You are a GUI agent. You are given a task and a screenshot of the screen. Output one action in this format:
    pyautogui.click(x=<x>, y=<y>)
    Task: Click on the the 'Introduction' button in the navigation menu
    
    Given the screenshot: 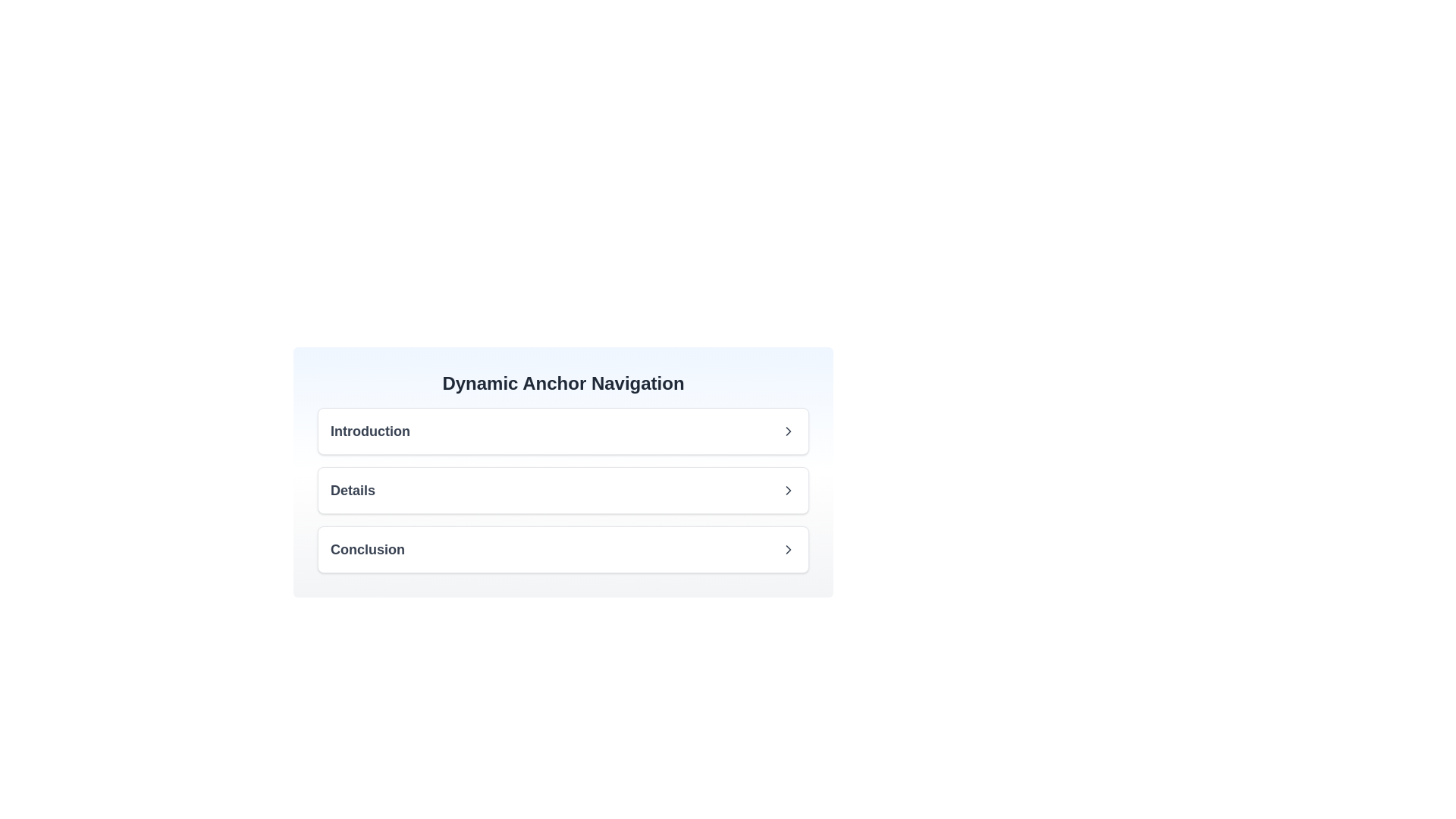 What is the action you would take?
    pyautogui.click(x=563, y=431)
    